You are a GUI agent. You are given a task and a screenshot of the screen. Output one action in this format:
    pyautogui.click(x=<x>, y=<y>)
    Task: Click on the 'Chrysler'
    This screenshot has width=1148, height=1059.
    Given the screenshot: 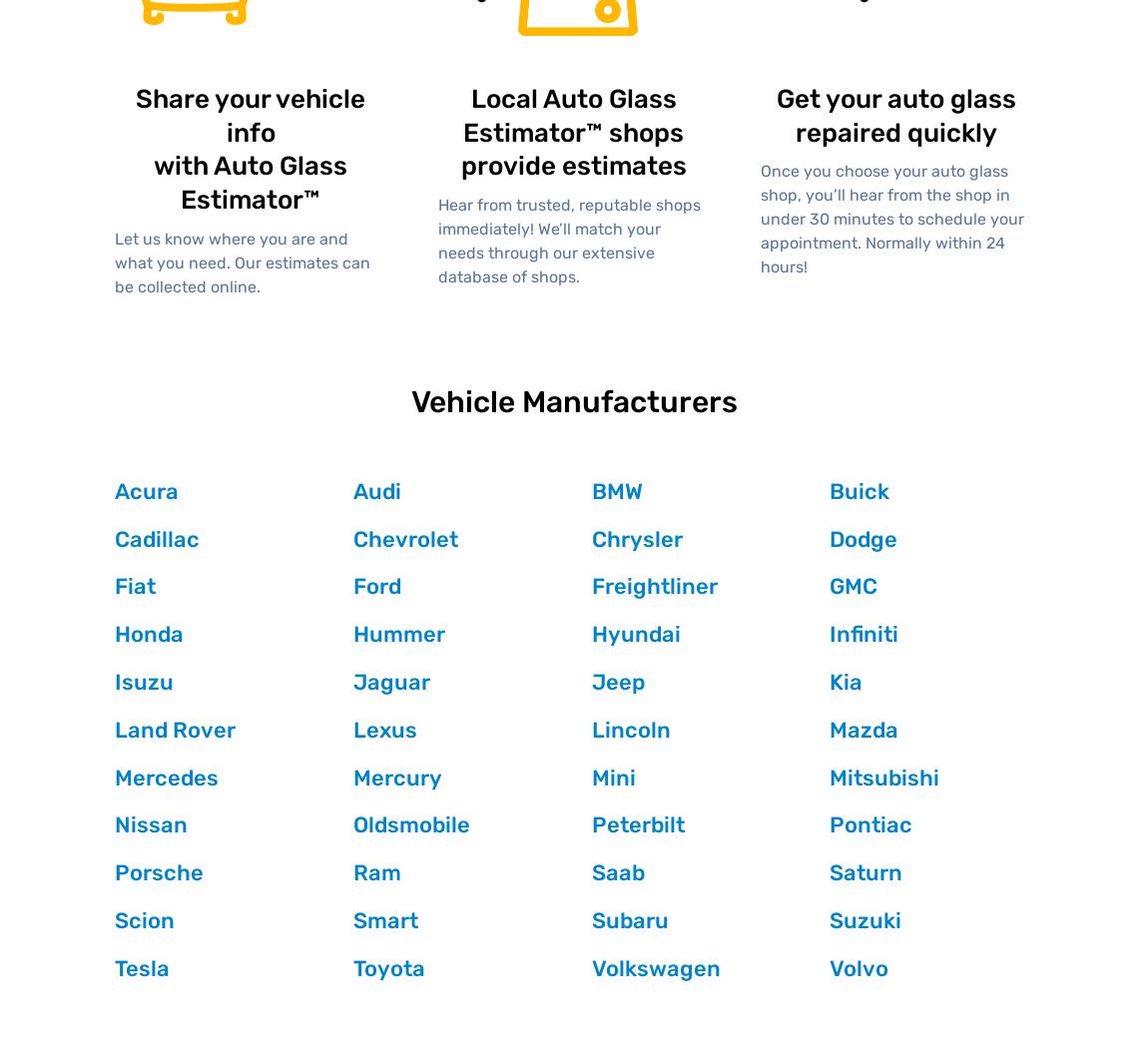 What is the action you would take?
    pyautogui.click(x=635, y=537)
    